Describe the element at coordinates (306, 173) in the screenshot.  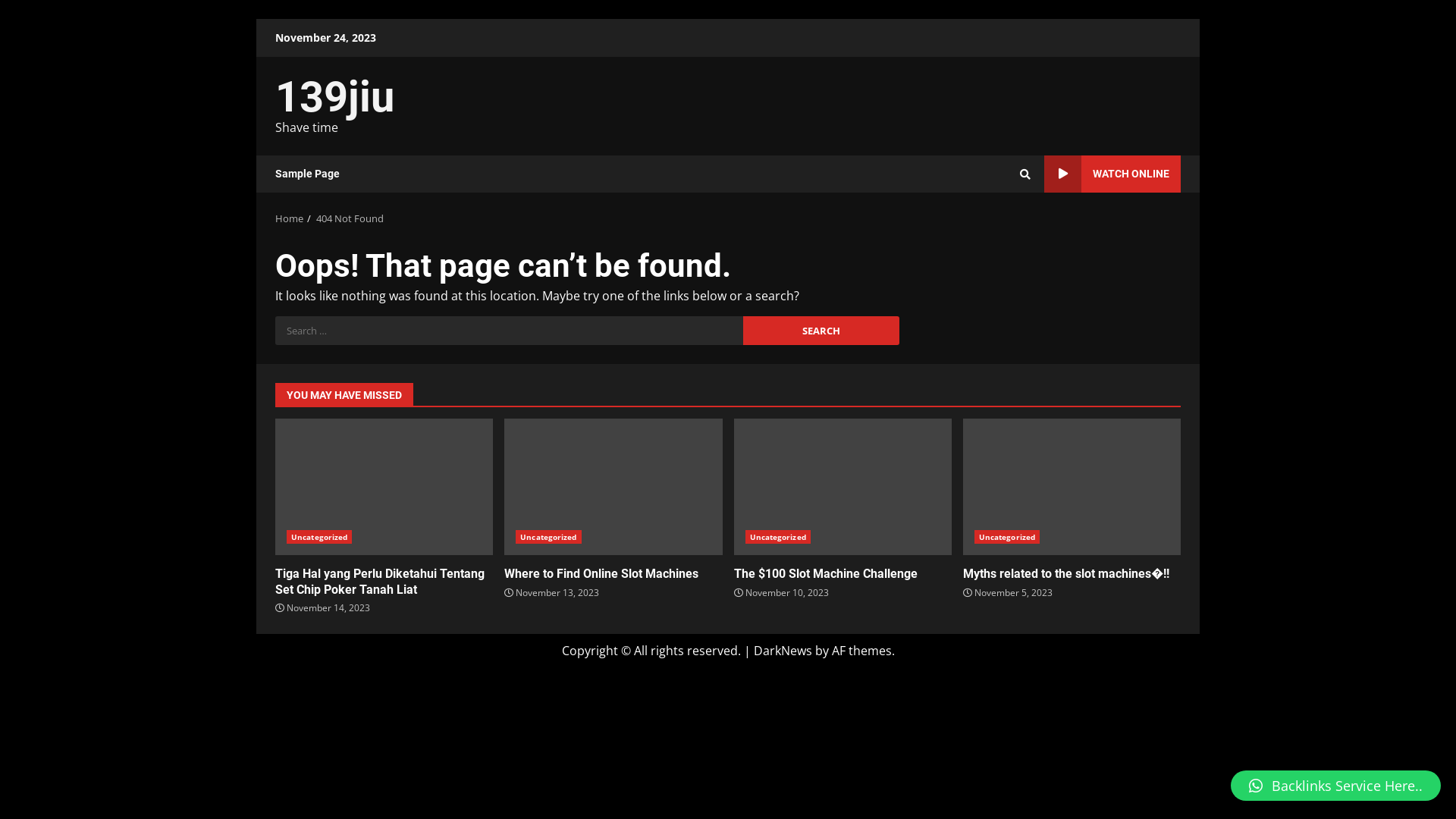
I see `'Sample Page'` at that location.